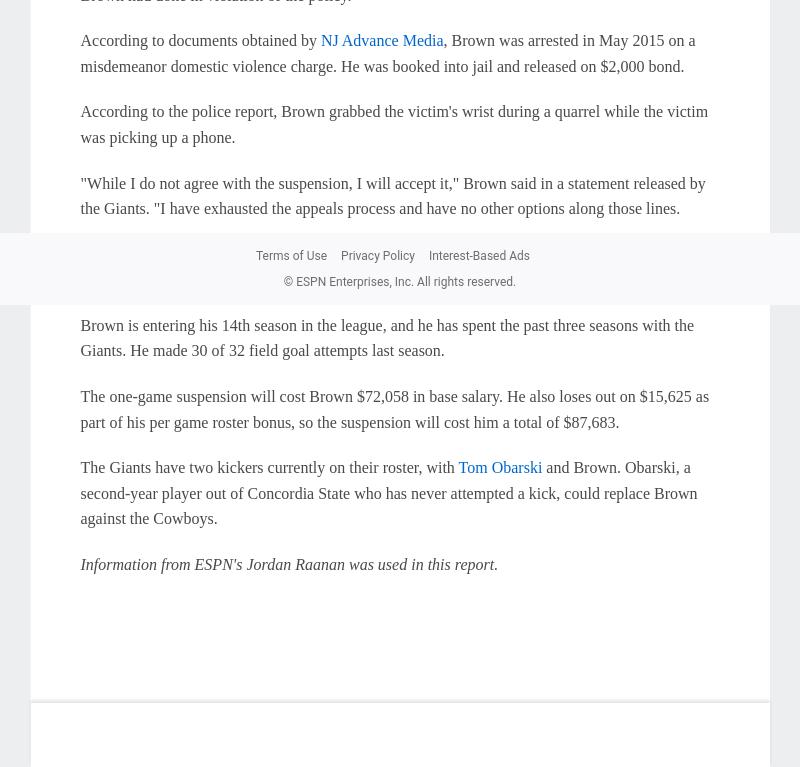  What do you see at coordinates (398, 281) in the screenshot?
I see `'© ESPN Enterprises, Inc. All rights reserved.'` at bounding box center [398, 281].